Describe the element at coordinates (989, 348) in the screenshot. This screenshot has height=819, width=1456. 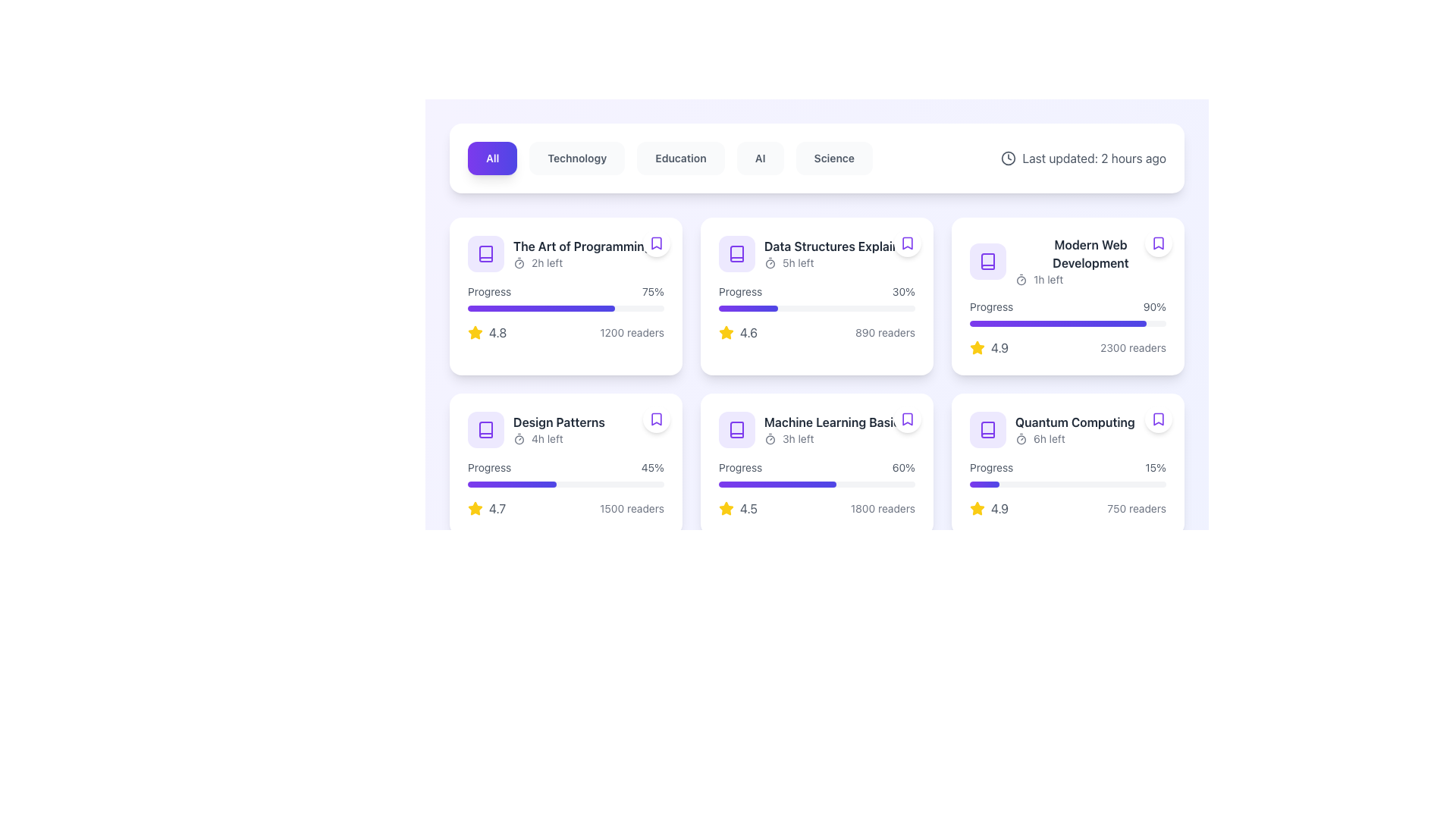
I see `the rating display component that consists of a yellow star icon and the textual rating '4.9' in gray font, located in the first row and third column of the grid, below the progress bar of the 'Modern Web Development' card` at that location.